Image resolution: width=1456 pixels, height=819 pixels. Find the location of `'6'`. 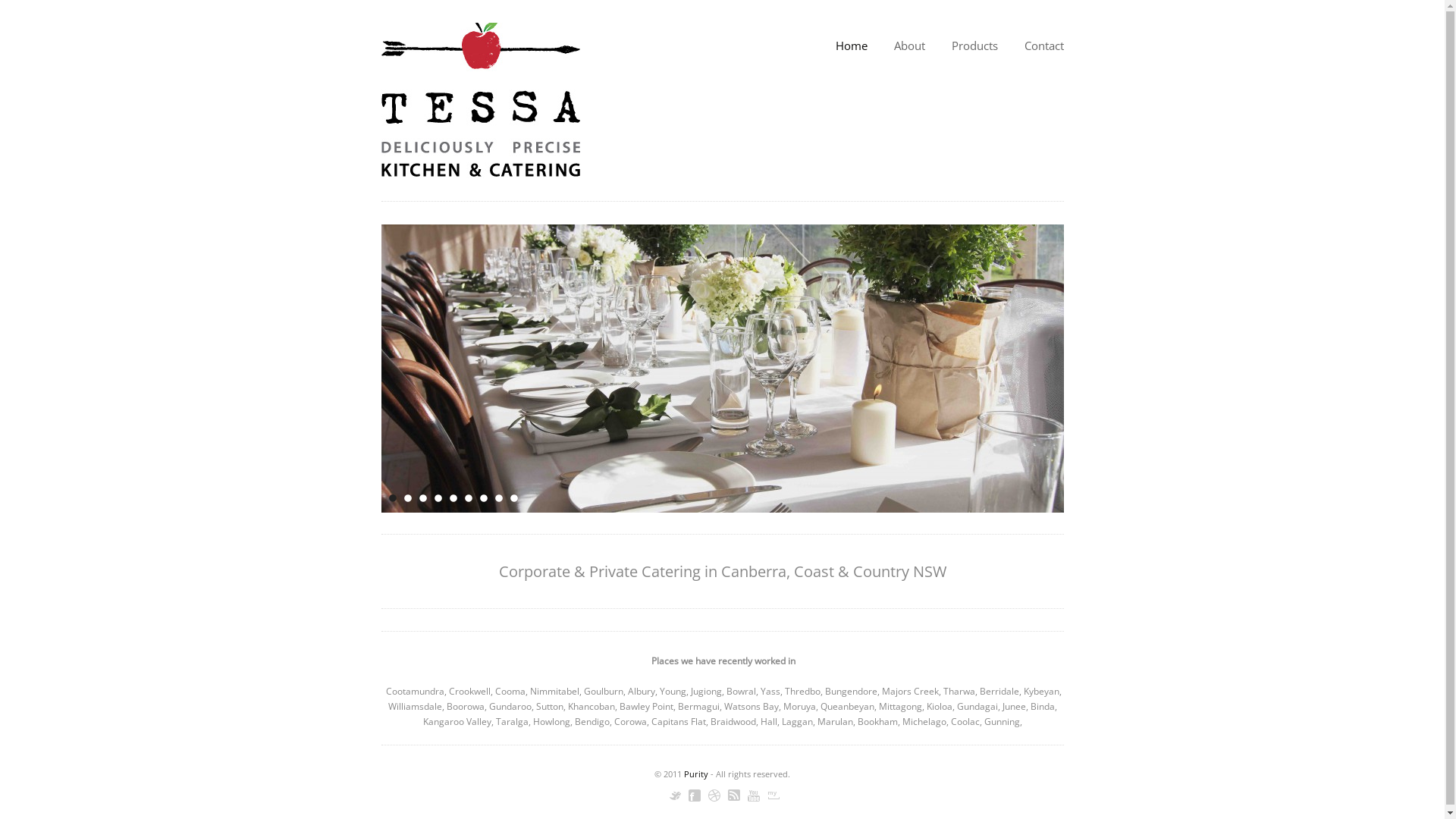

'6' is located at coordinates (467, 497).